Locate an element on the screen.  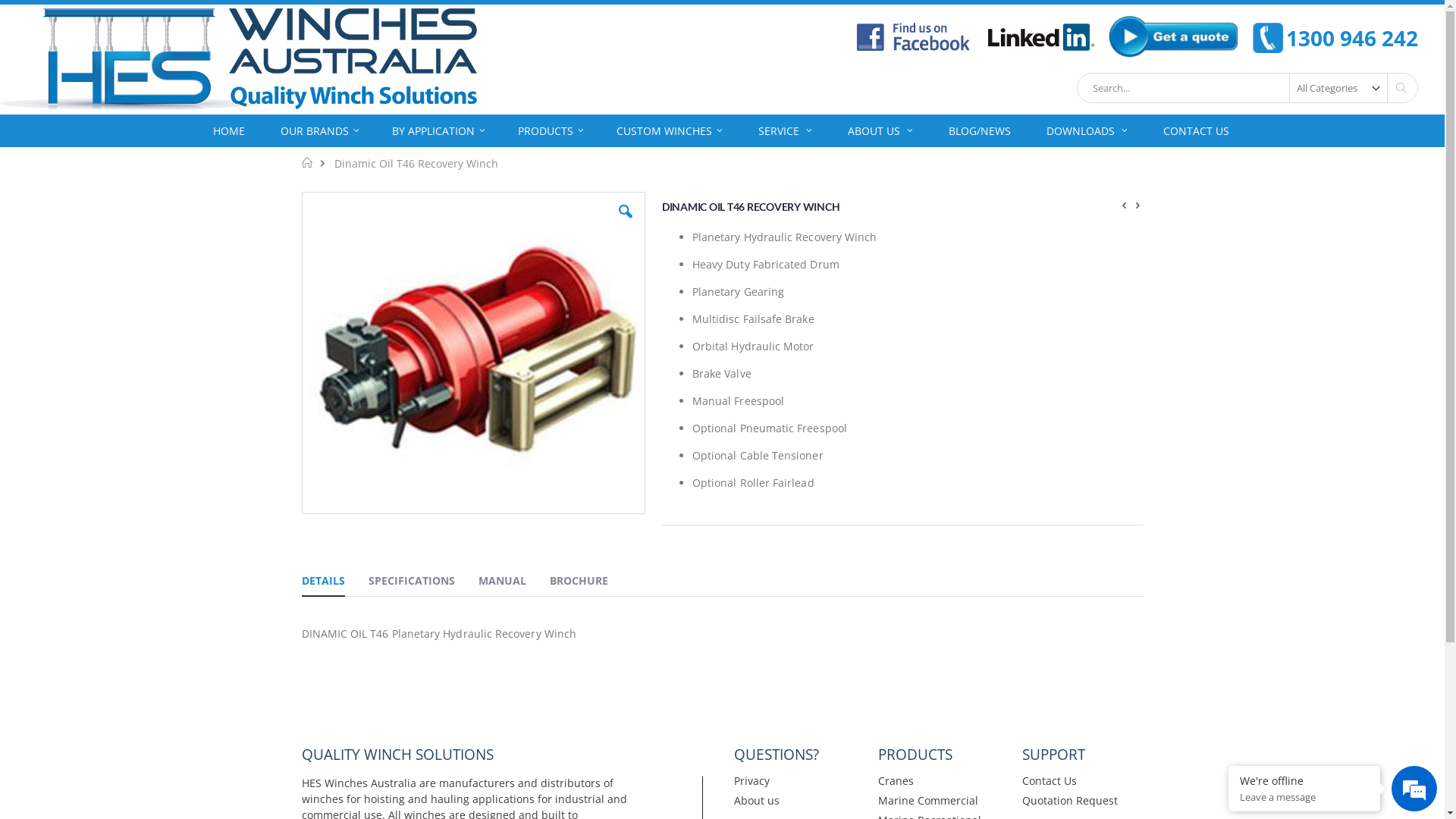
'Contact Us' is located at coordinates (1048, 780).